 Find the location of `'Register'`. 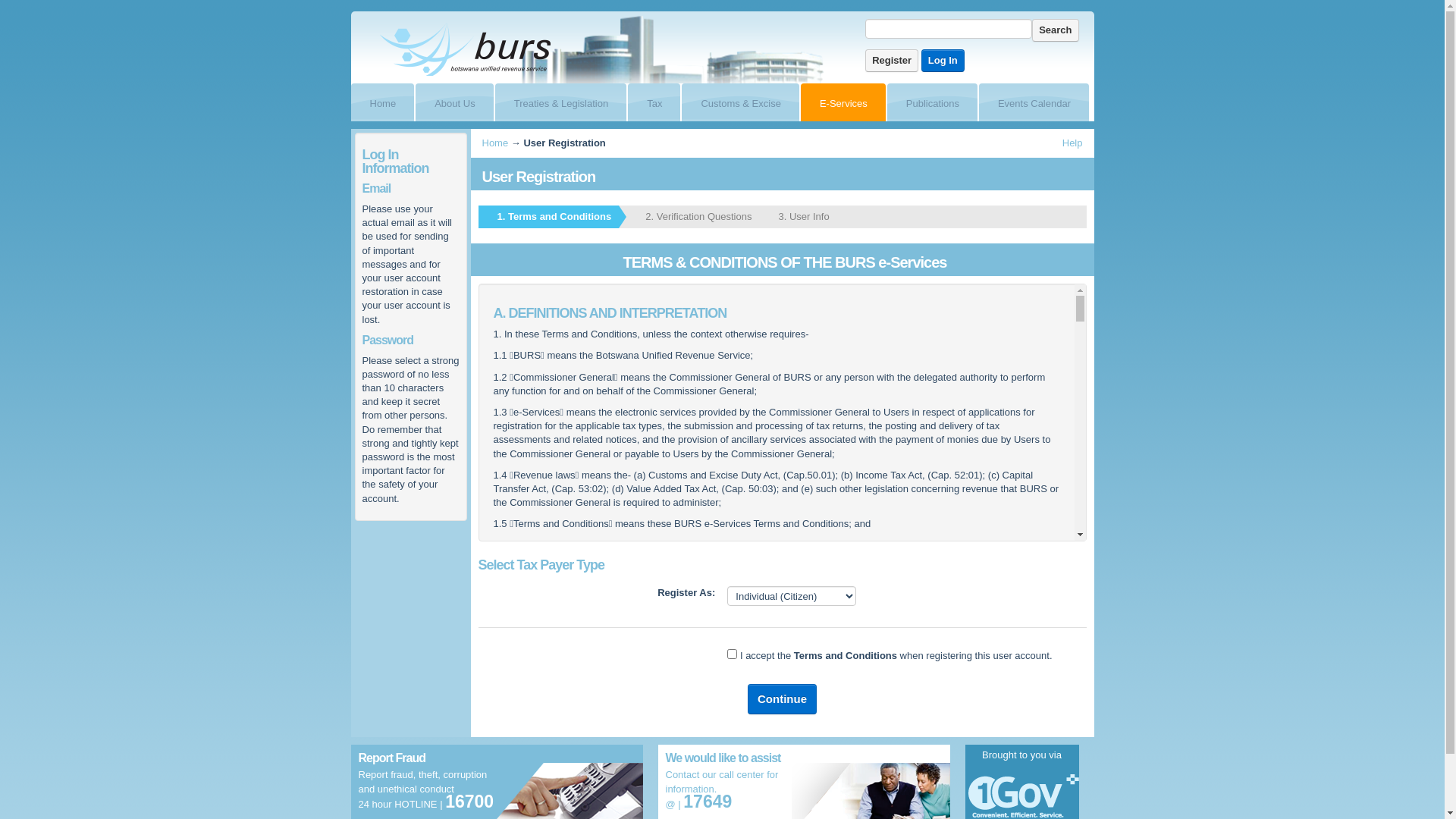

'Register' is located at coordinates (892, 60).